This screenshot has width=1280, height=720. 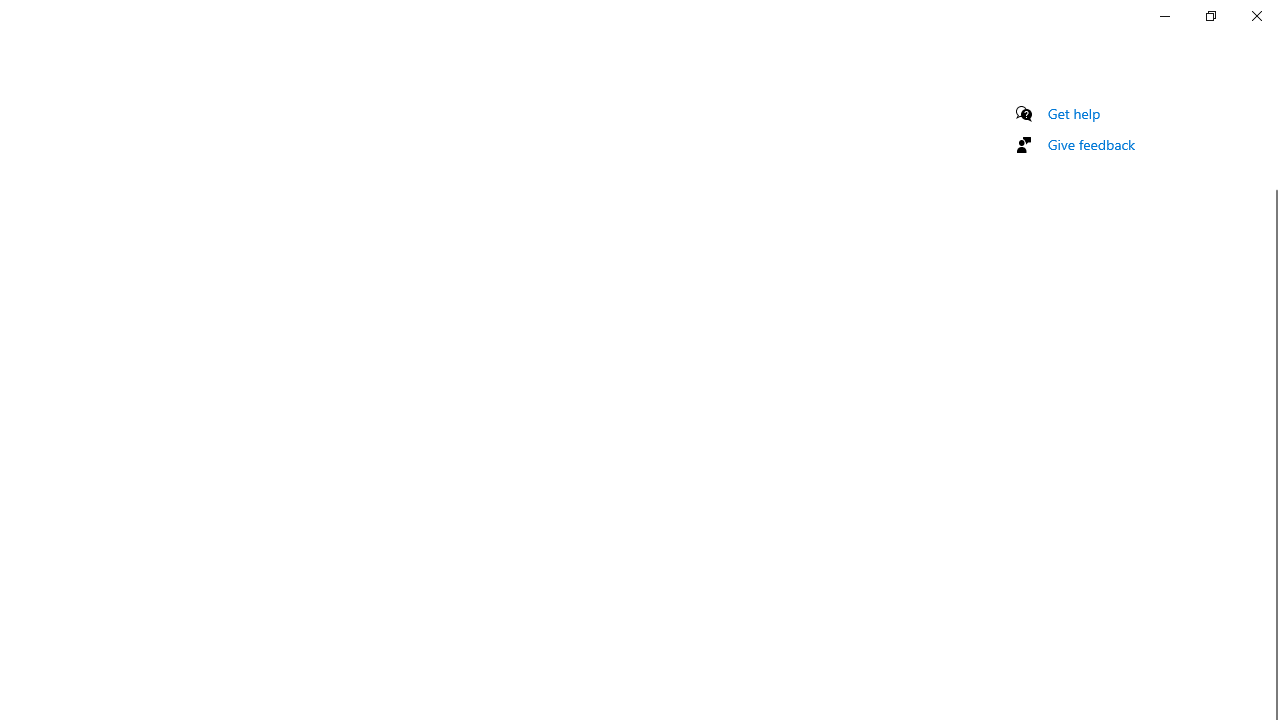 I want to click on 'Give feedback', so click(x=1090, y=143).